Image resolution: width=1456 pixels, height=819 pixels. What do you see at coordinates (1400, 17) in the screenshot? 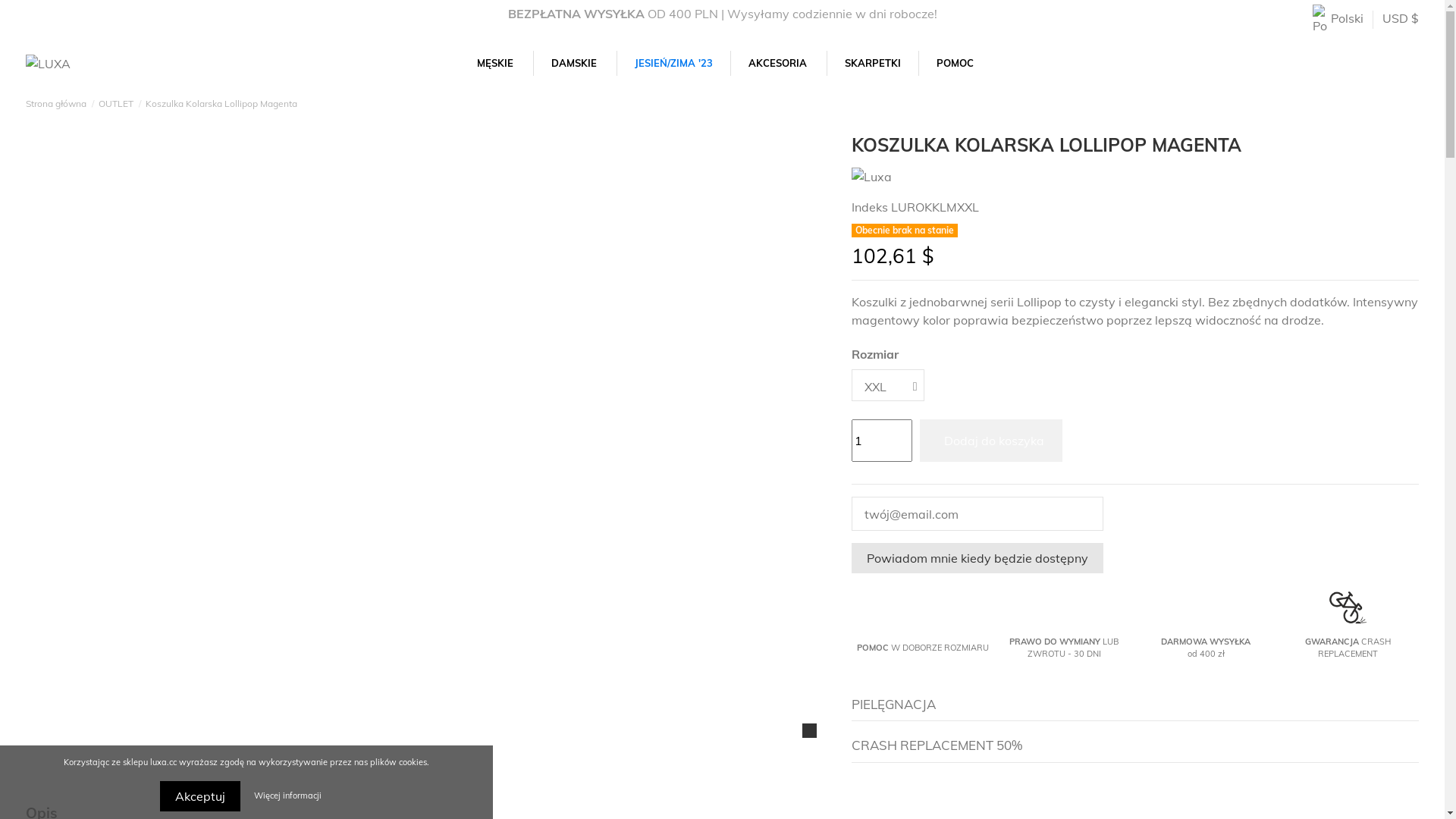
I see `'USD $'` at bounding box center [1400, 17].